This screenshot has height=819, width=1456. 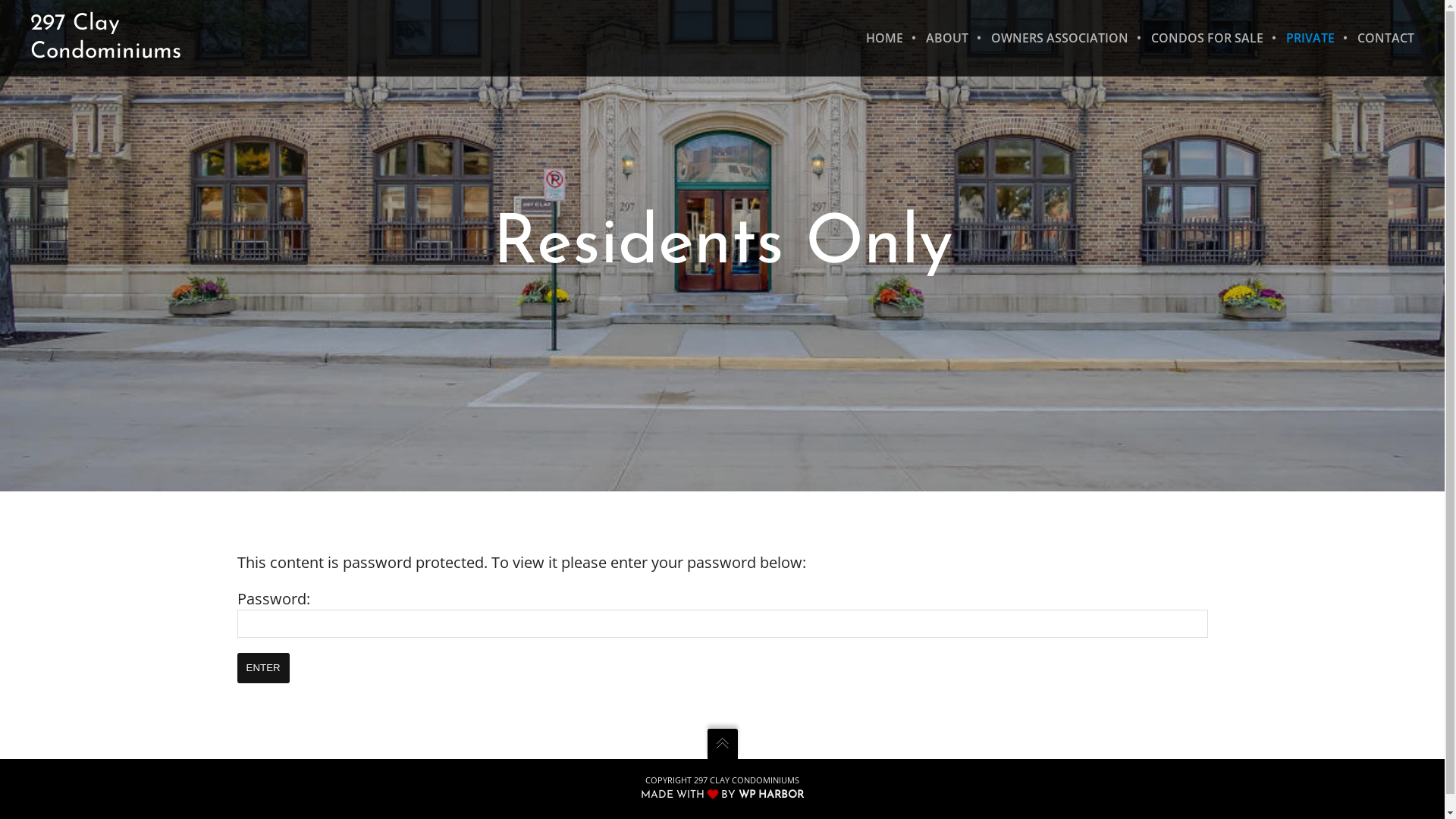 I want to click on 'PRIVATE', so click(x=1310, y=37).